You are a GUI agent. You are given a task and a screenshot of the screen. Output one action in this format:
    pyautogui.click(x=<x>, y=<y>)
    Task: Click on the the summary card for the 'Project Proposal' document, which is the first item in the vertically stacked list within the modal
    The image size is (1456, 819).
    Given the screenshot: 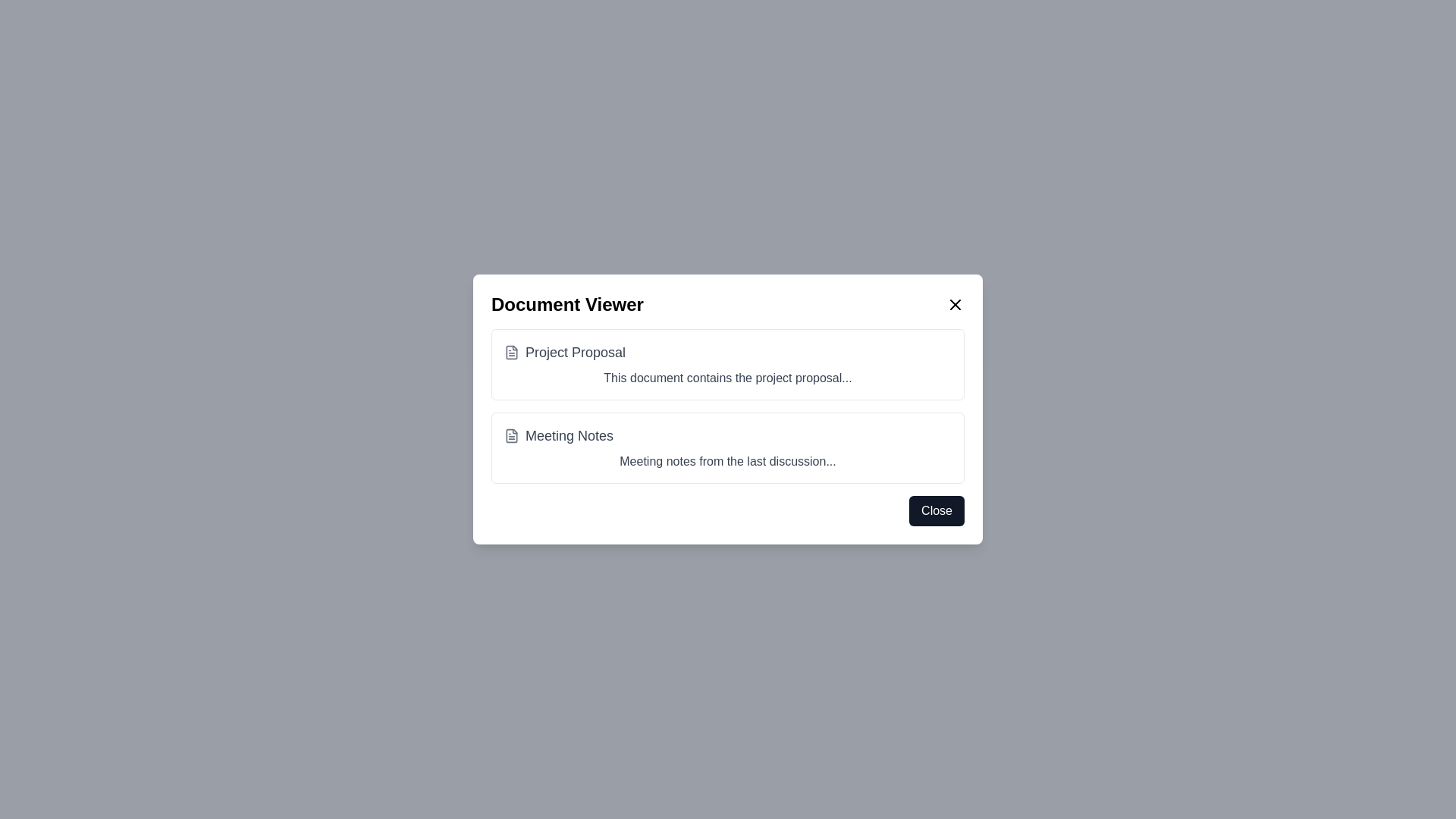 What is the action you would take?
    pyautogui.click(x=728, y=365)
    